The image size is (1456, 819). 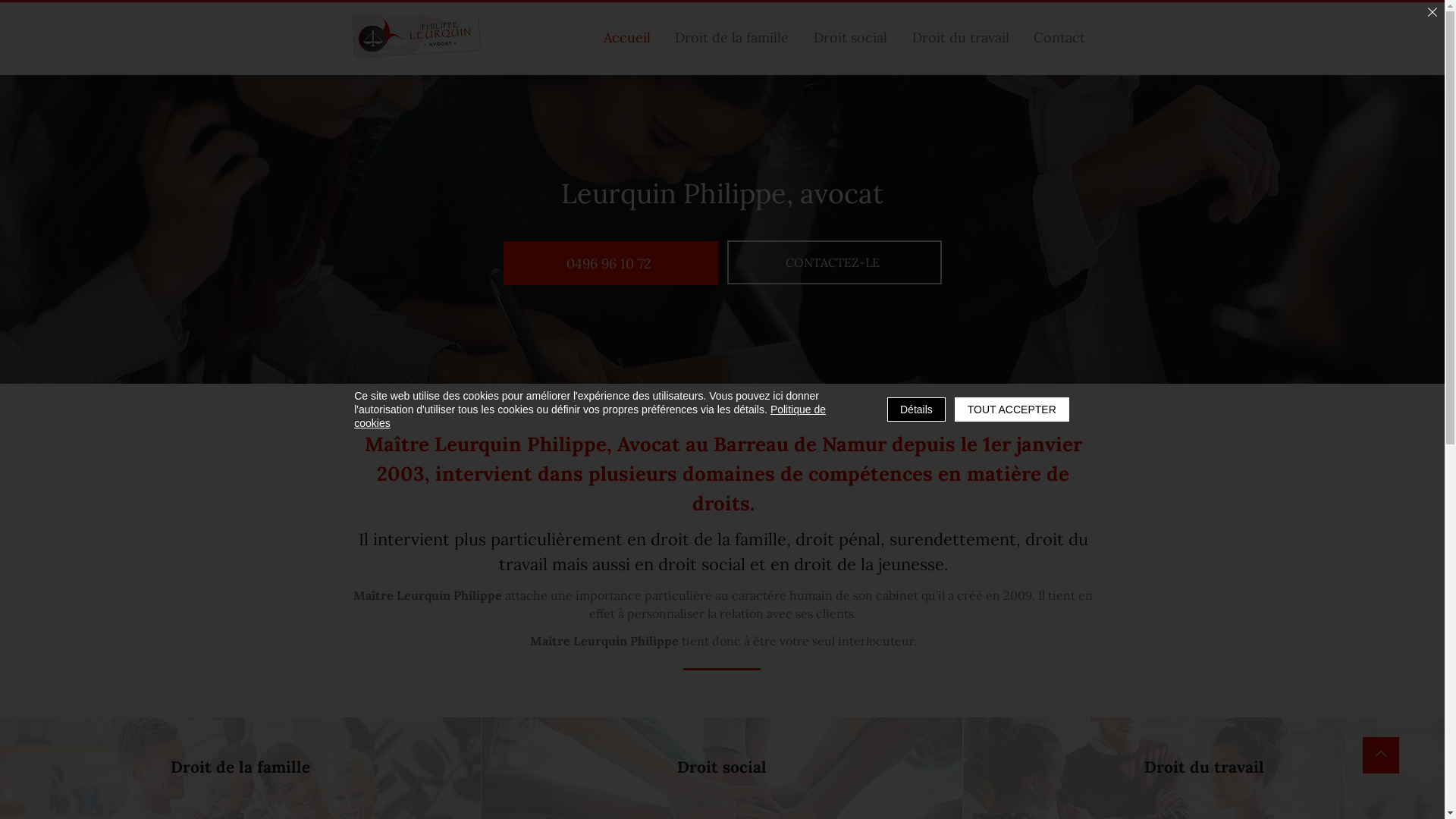 I want to click on 'Accueil', so click(x=627, y=36).